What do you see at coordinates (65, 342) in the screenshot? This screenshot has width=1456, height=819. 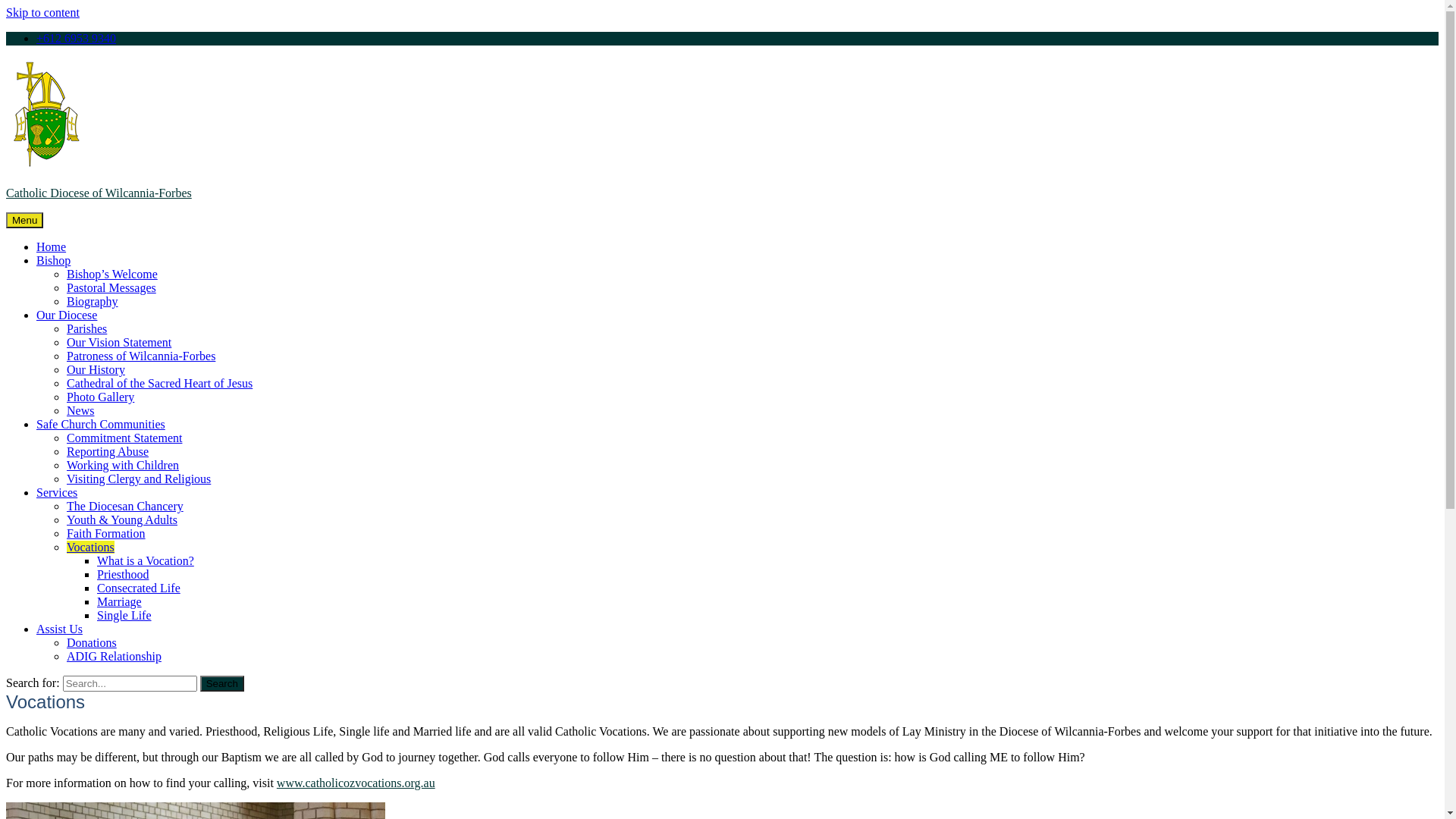 I see `'Our Vision Statement'` at bounding box center [65, 342].